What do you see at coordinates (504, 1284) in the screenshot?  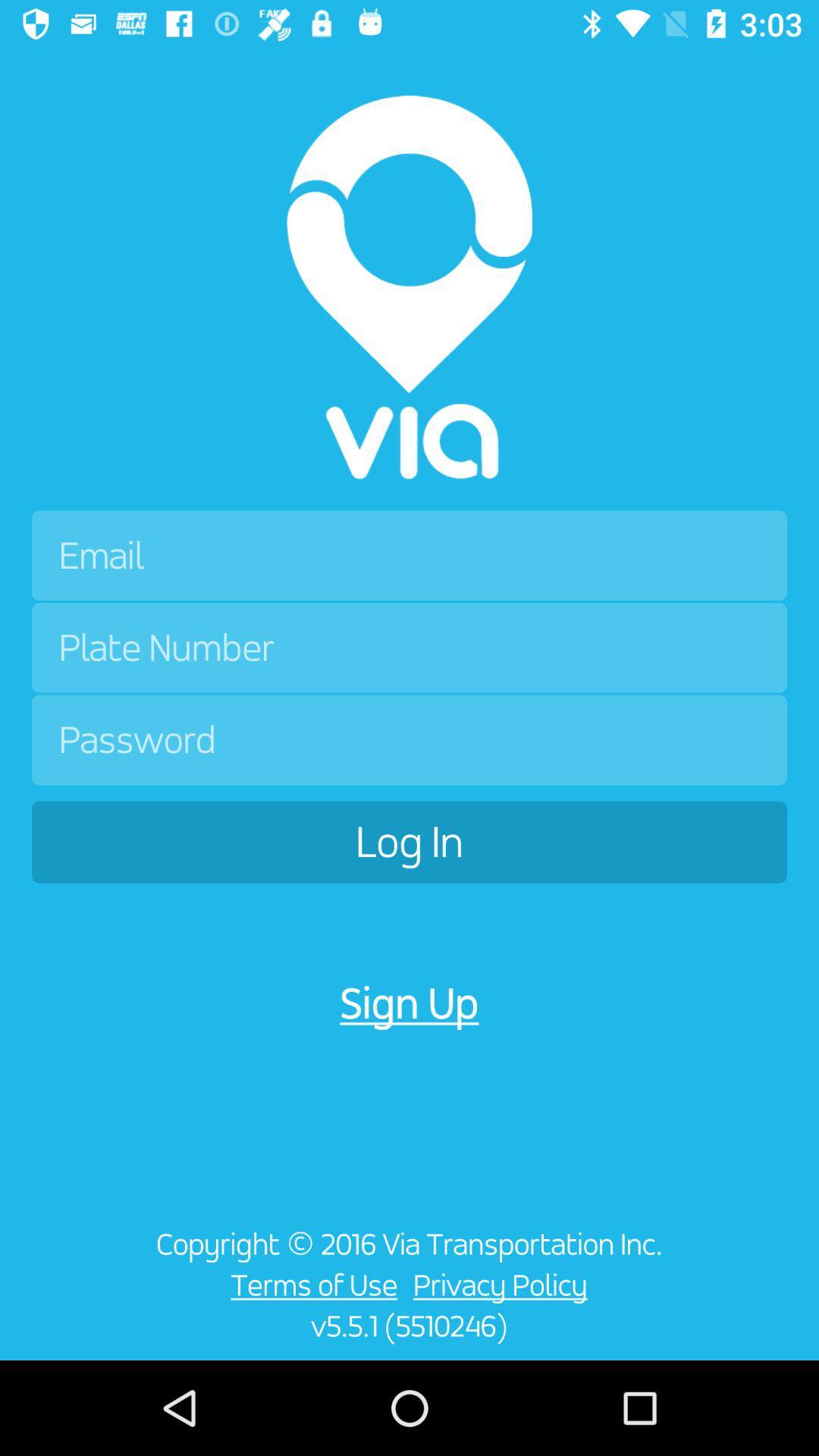 I see `the privacy policy` at bounding box center [504, 1284].